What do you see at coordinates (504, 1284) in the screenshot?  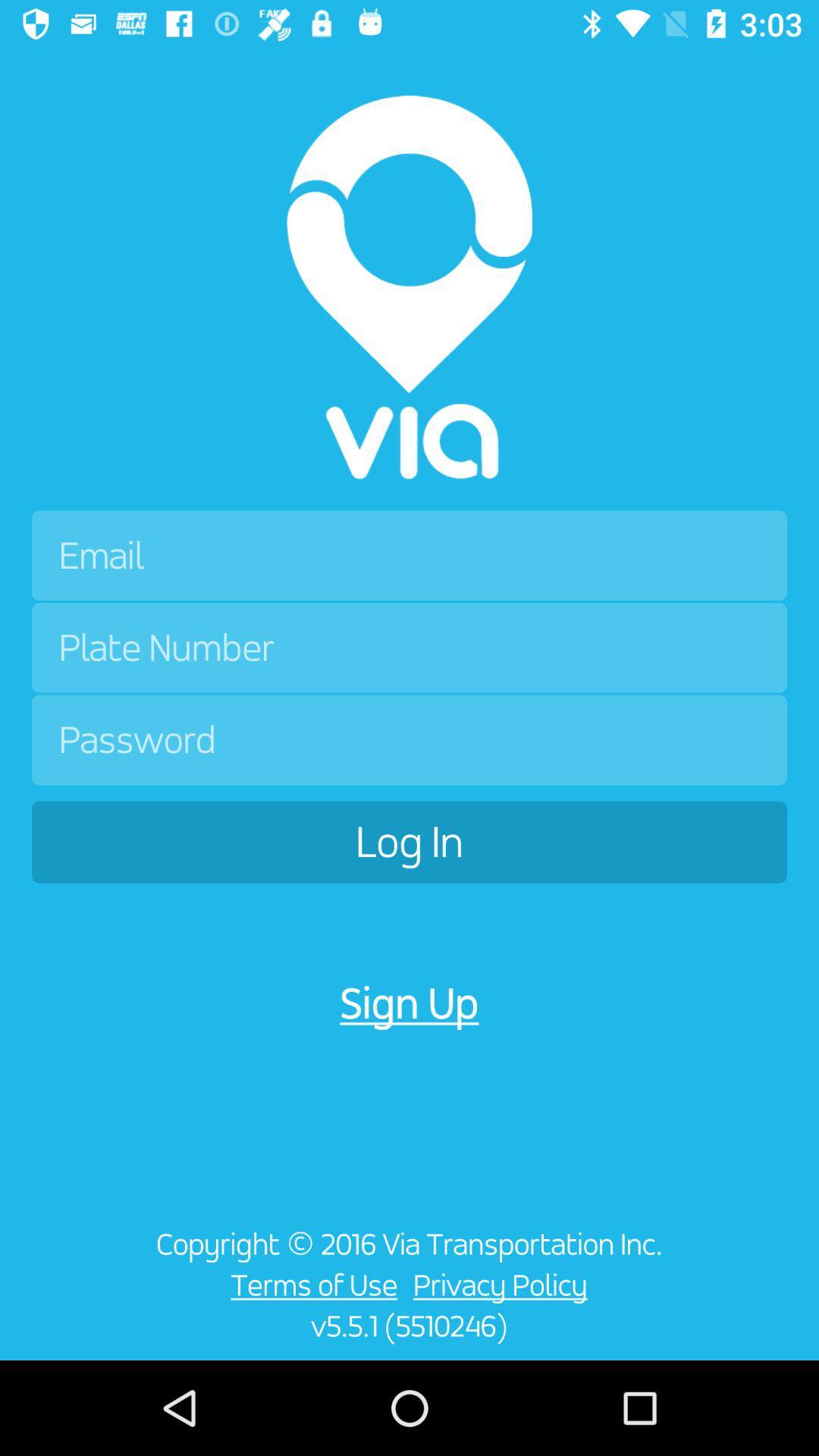 I see `the privacy policy` at bounding box center [504, 1284].